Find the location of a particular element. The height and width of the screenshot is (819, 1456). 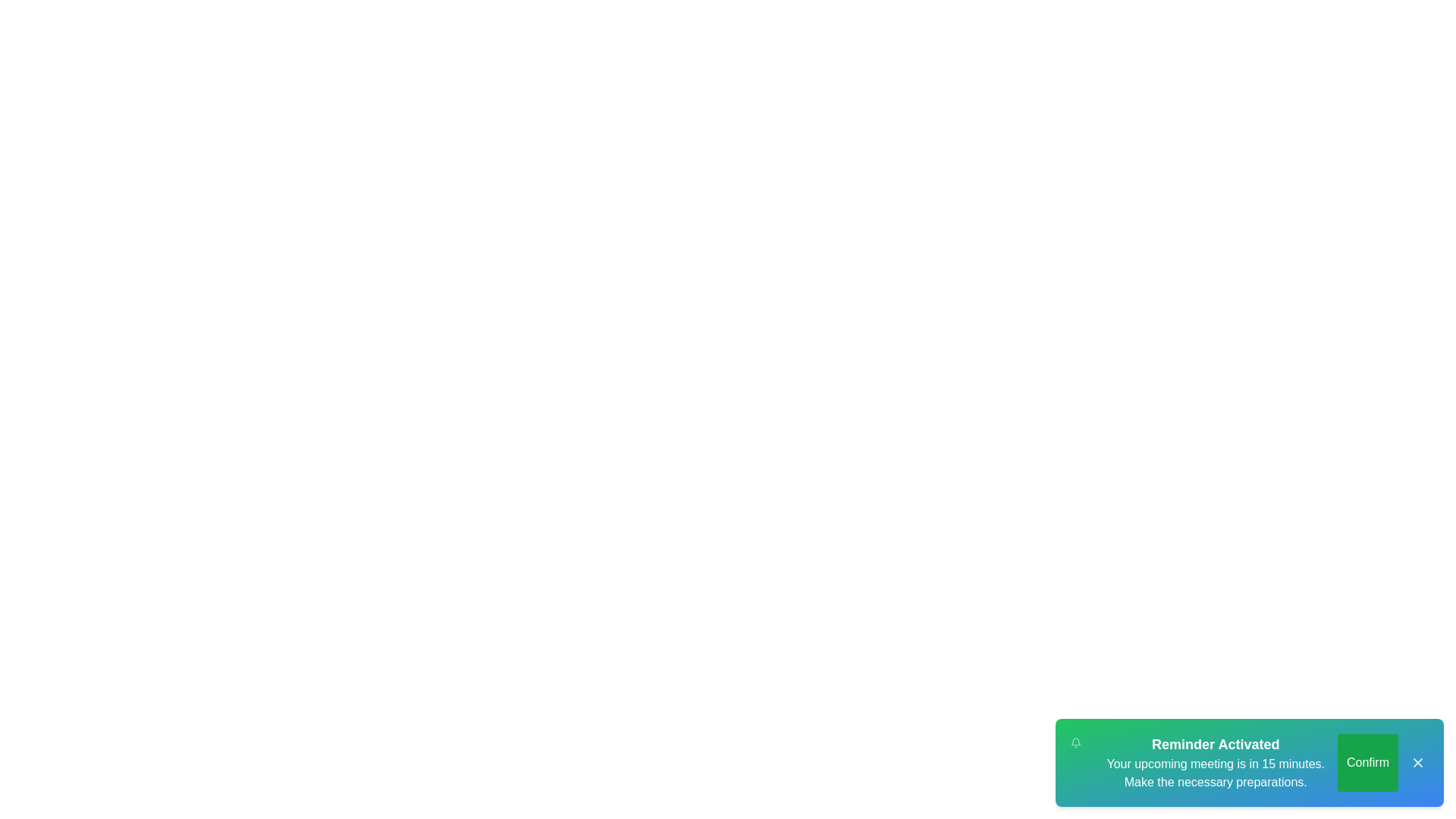

the bell icon to interact with its functionality is located at coordinates (1075, 742).